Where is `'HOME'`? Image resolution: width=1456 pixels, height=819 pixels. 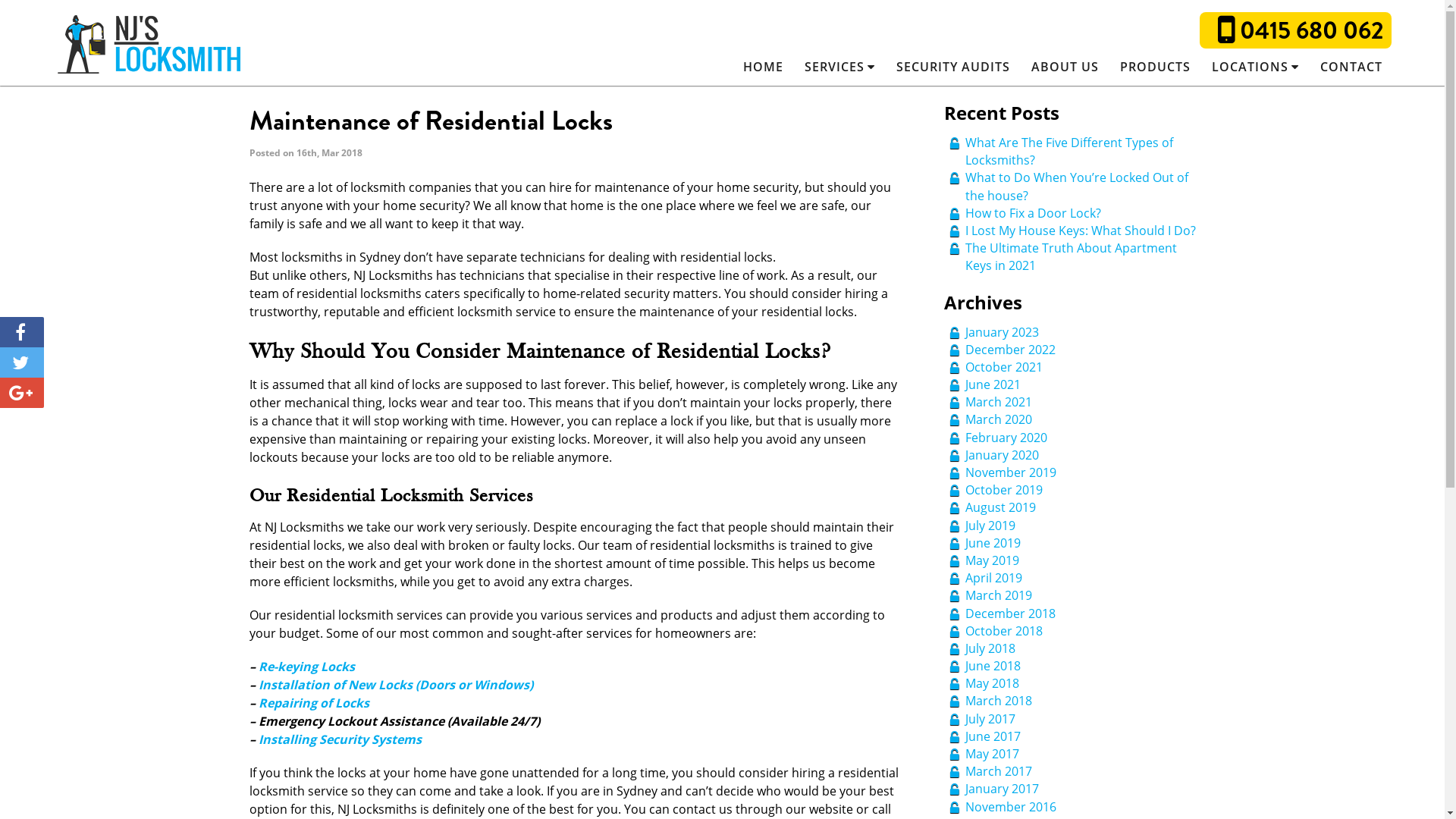 'HOME' is located at coordinates (763, 66).